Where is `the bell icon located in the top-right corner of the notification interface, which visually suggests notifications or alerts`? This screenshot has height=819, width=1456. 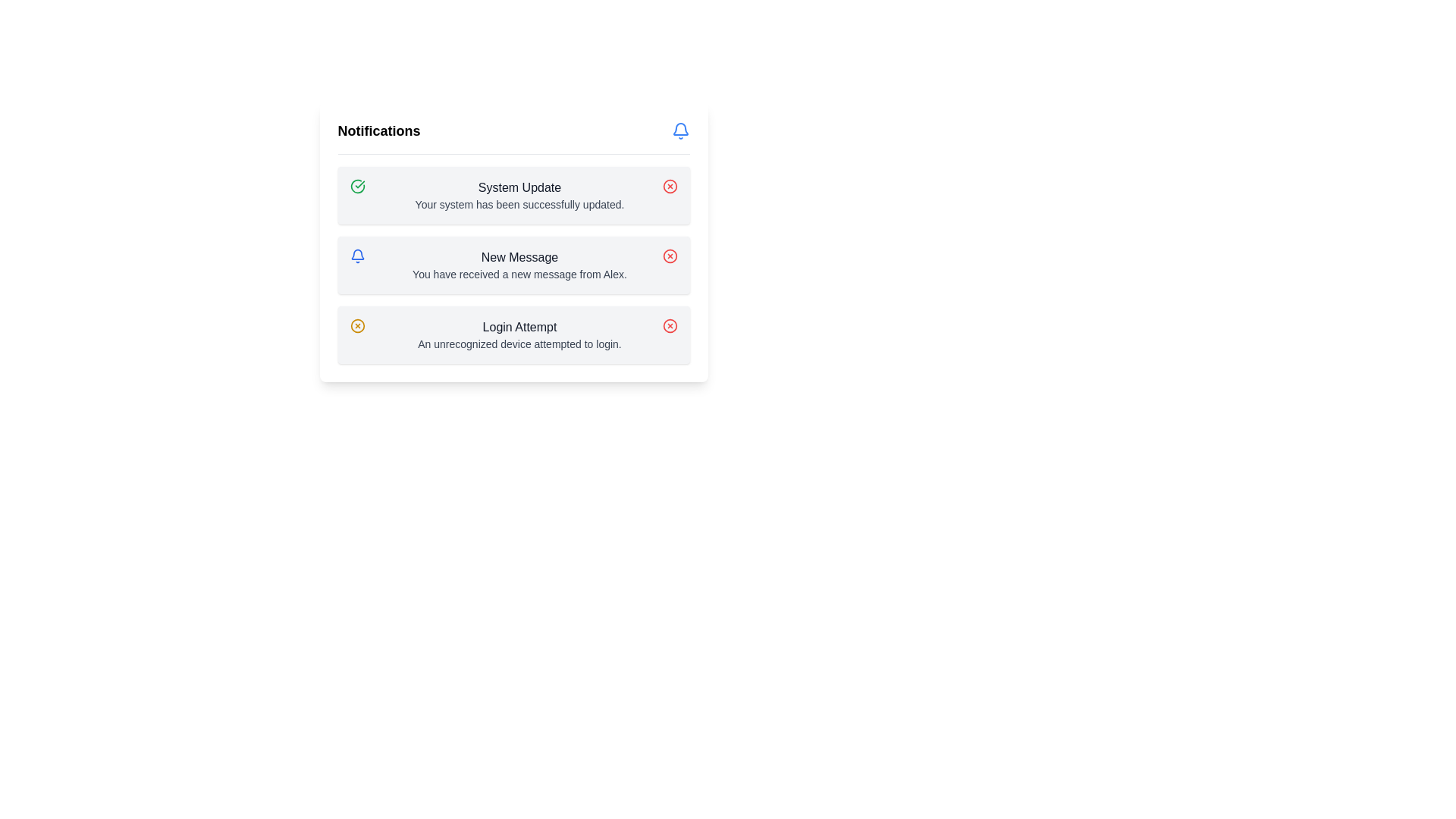 the bell icon located in the top-right corner of the notification interface, which visually suggests notifications or alerts is located at coordinates (679, 128).